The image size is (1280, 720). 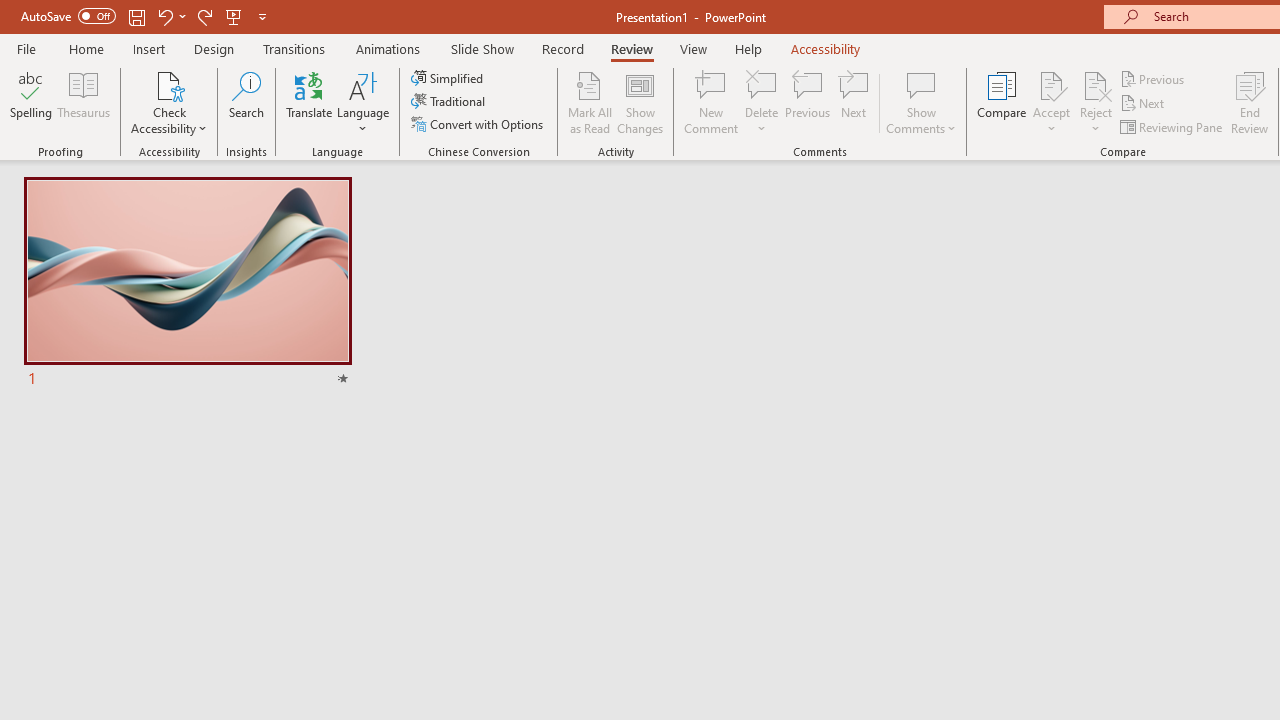 I want to click on 'Reviewing Pane', so click(x=1173, y=127).